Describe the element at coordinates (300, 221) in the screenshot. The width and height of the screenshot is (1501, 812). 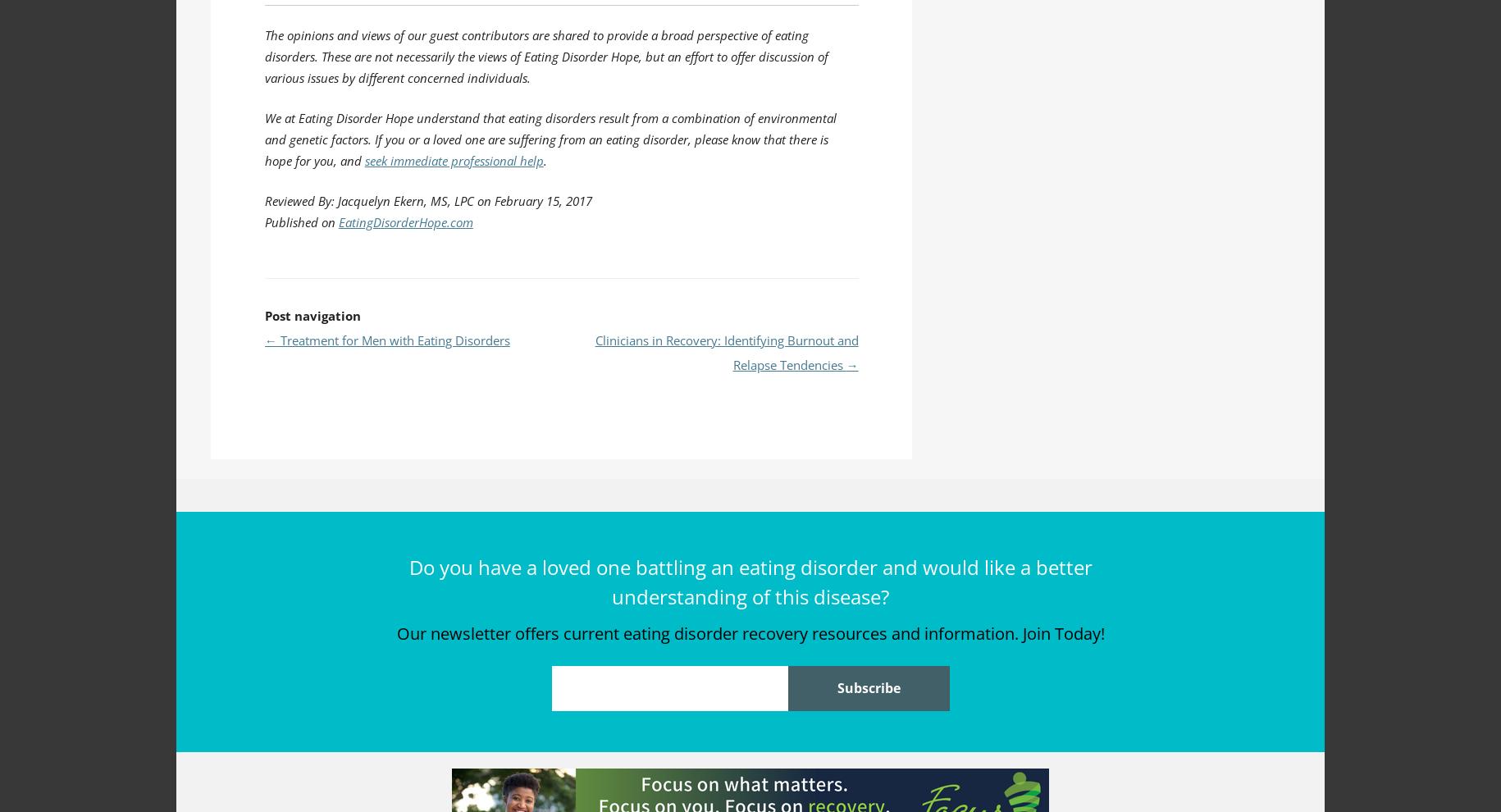
I see `'Published on'` at that location.